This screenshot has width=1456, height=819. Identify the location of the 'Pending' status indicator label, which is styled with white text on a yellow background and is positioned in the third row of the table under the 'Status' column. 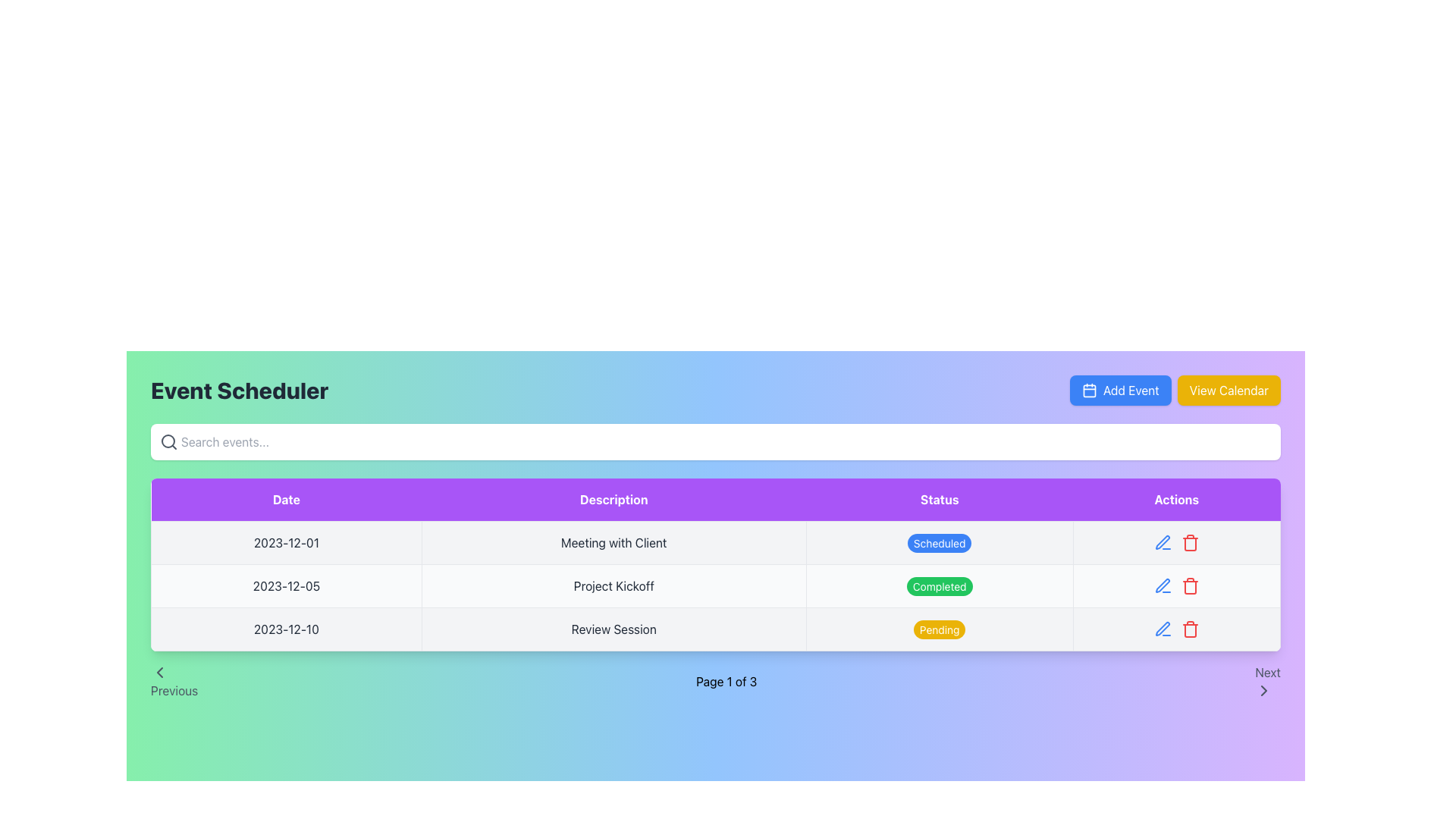
(939, 629).